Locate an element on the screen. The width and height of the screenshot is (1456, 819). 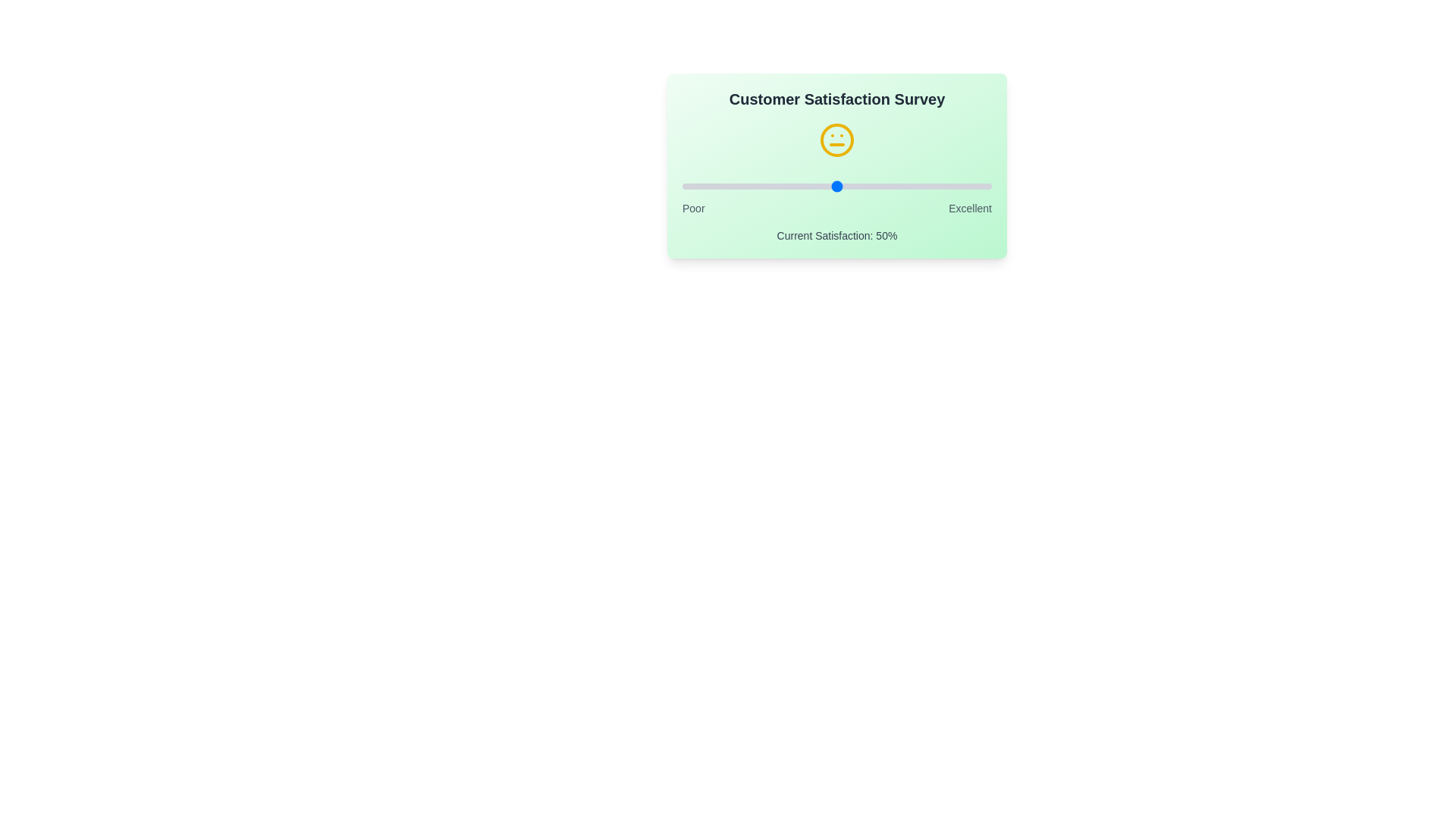
the satisfaction slider to 83% to observe the emoji change is located at coordinates (938, 186).